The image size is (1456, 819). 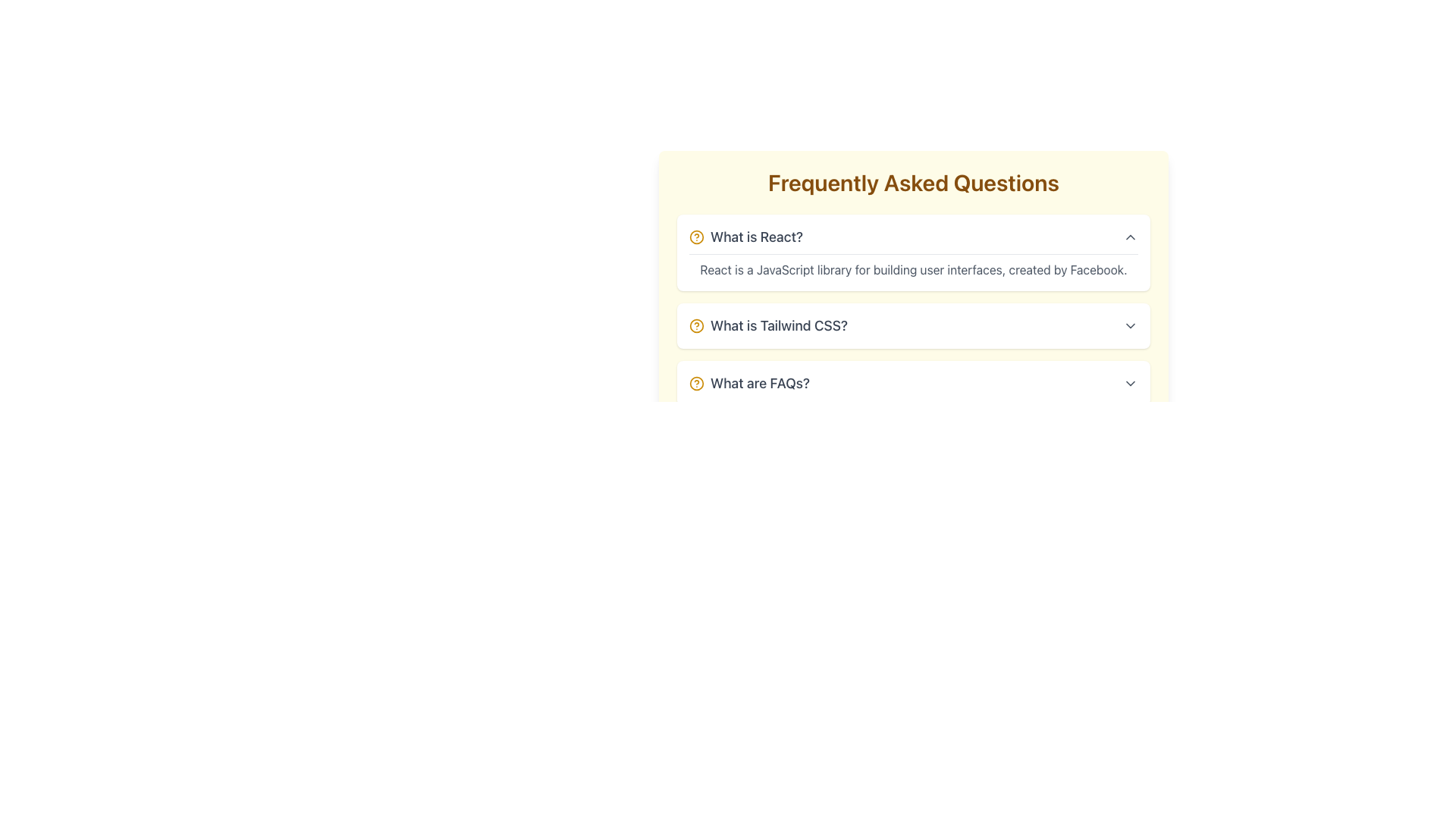 I want to click on the downward chevron icon positioned to the far right of the row labeled 'What is Tailwind CSS?', so click(x=1131, y=325).